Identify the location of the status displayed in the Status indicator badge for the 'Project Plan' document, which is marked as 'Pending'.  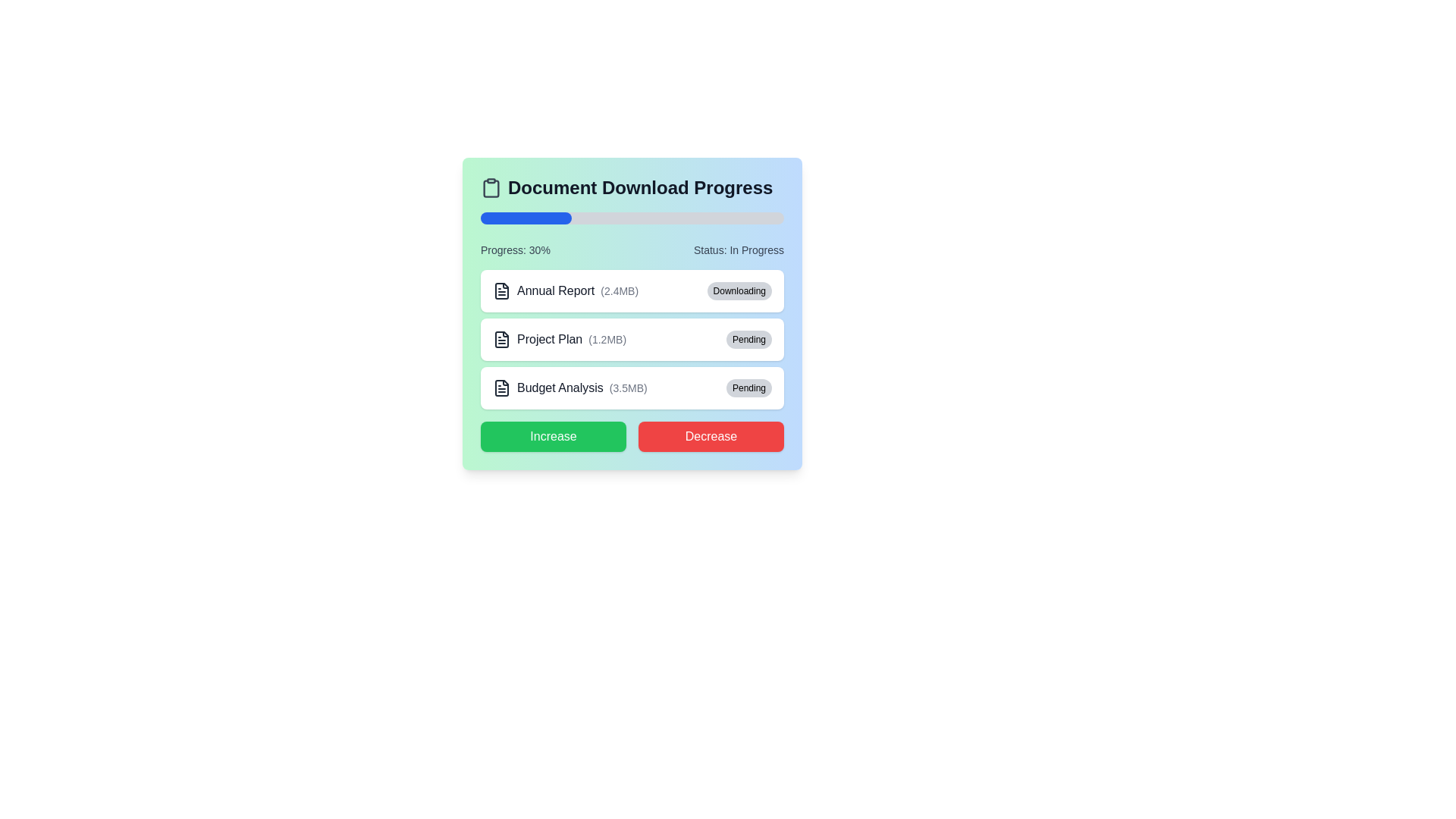
(749, 338).